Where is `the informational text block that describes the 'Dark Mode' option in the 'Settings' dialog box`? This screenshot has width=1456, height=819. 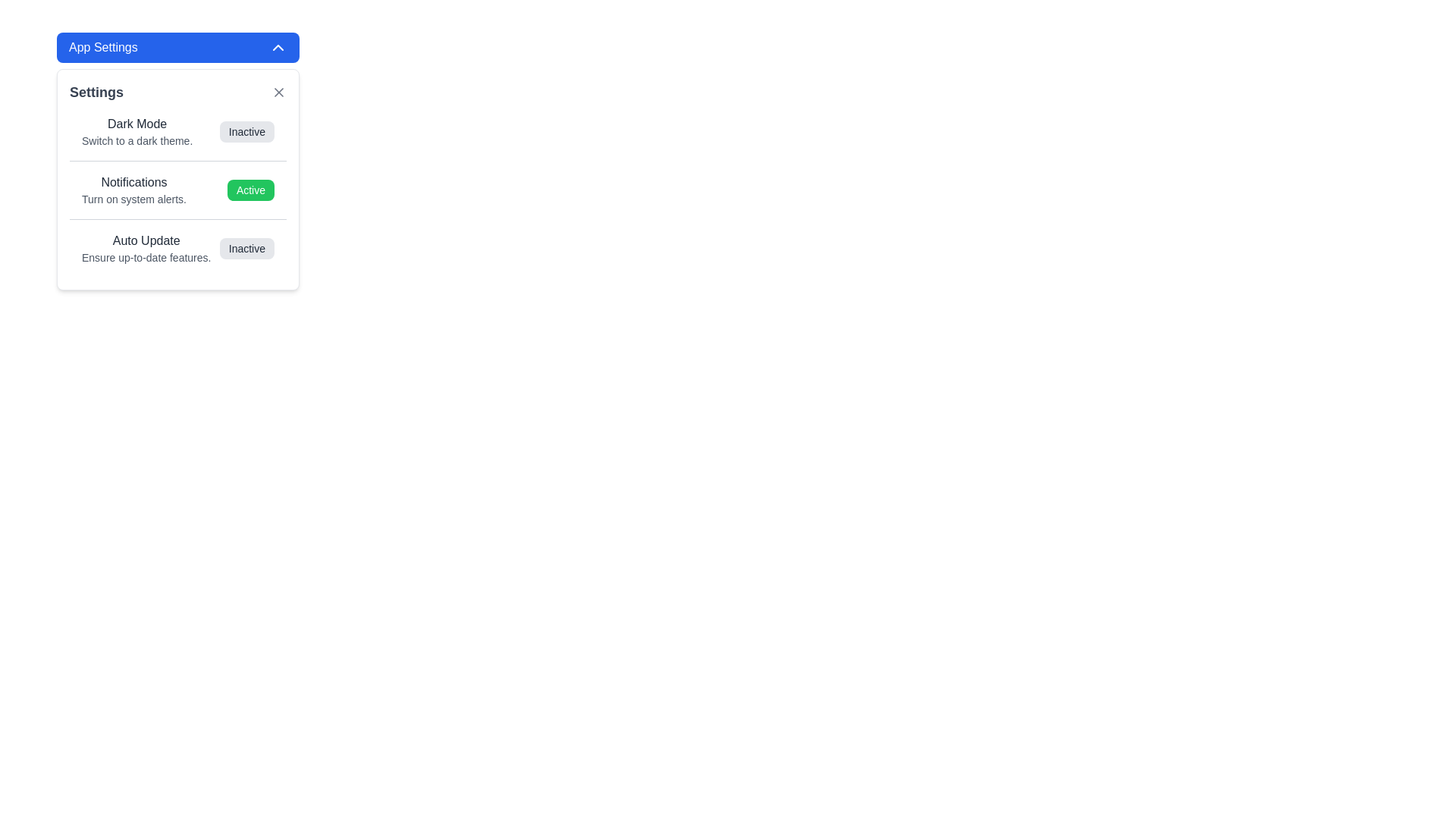 the informational text block that describes the 'Dark Mode' option in the 'Settings' dialog box is located at coordinates (137, 130).